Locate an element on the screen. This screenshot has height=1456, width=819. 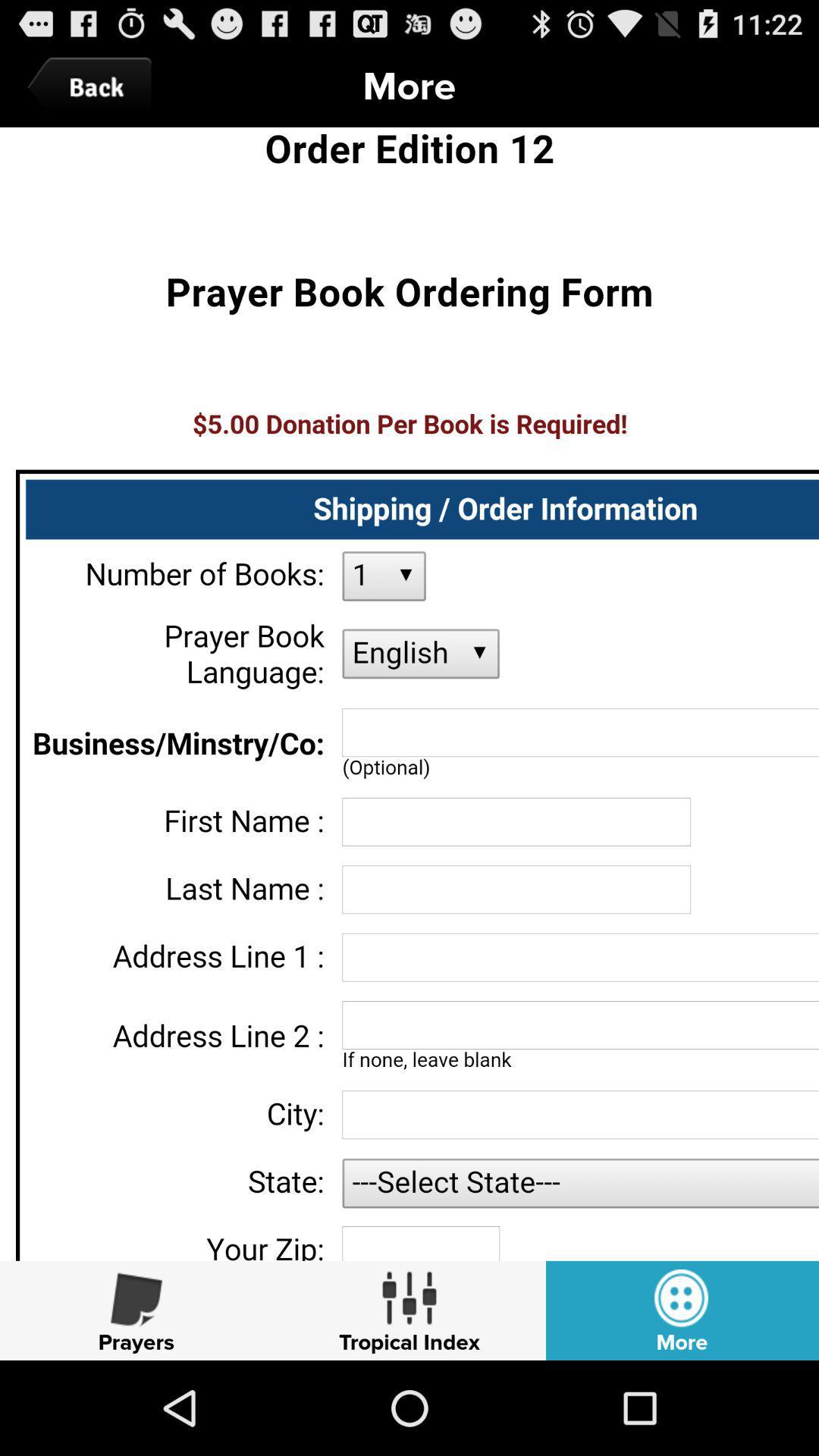
go back is located at coordinates (93, 86).